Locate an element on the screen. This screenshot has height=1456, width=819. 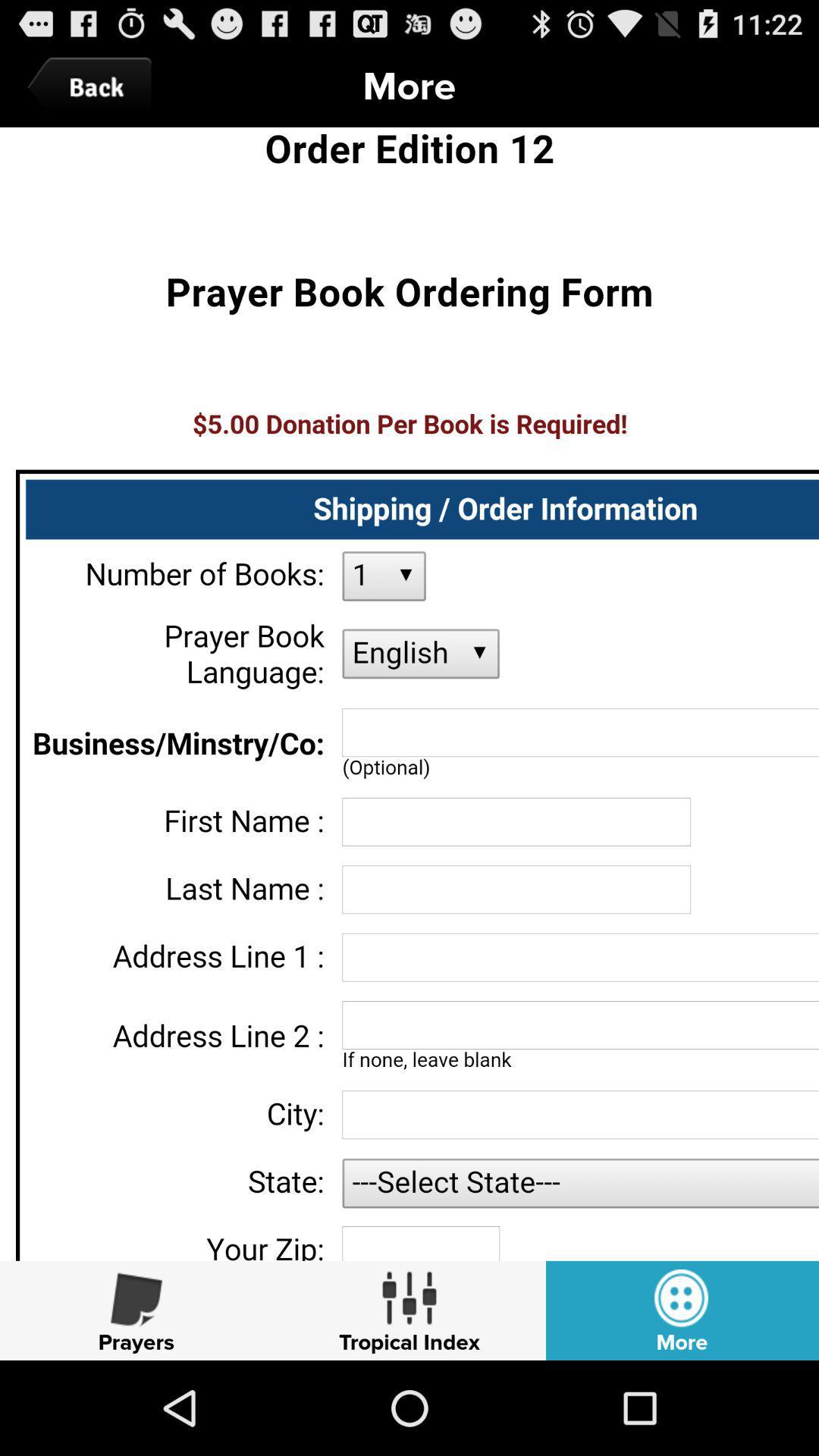
go back is located at coordinates (93, 86).